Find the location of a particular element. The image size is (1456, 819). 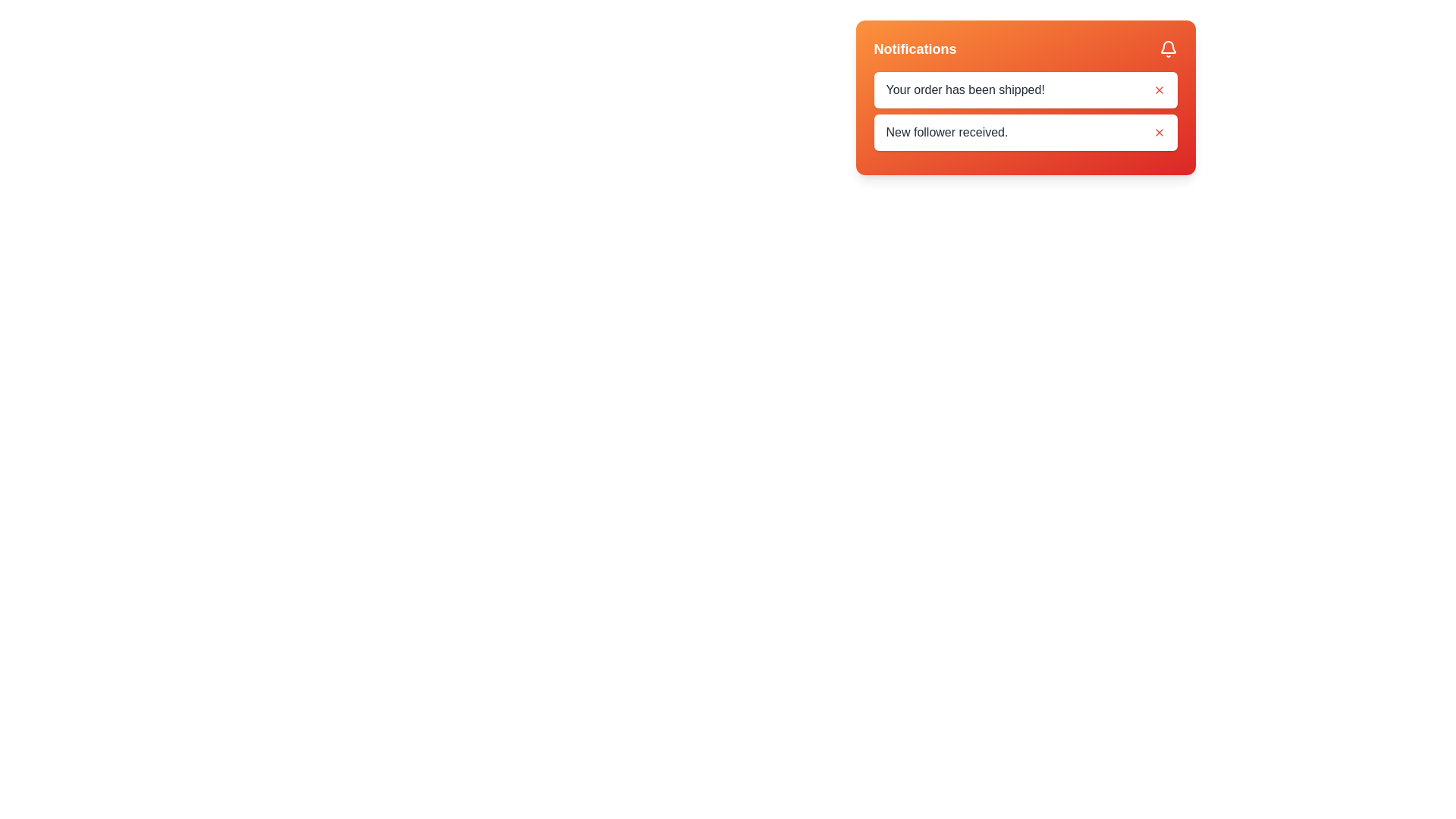

the header label that indicates the notifications section, located at the top-left corner of the notification card is located at coordinates (915, 49).